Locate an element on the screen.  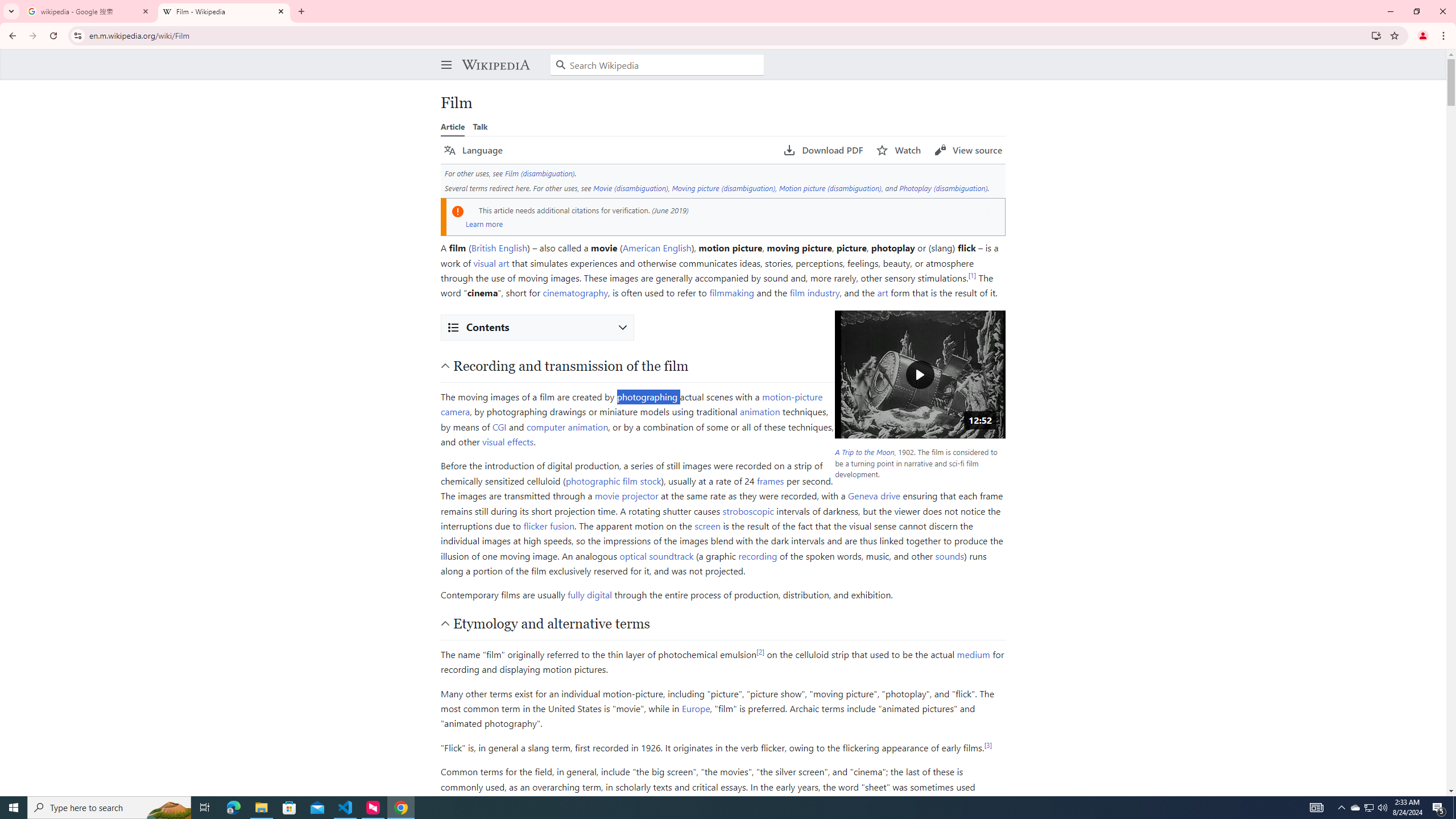
'Motion picture (disambiguation)' is located at coordinates (830, 188).